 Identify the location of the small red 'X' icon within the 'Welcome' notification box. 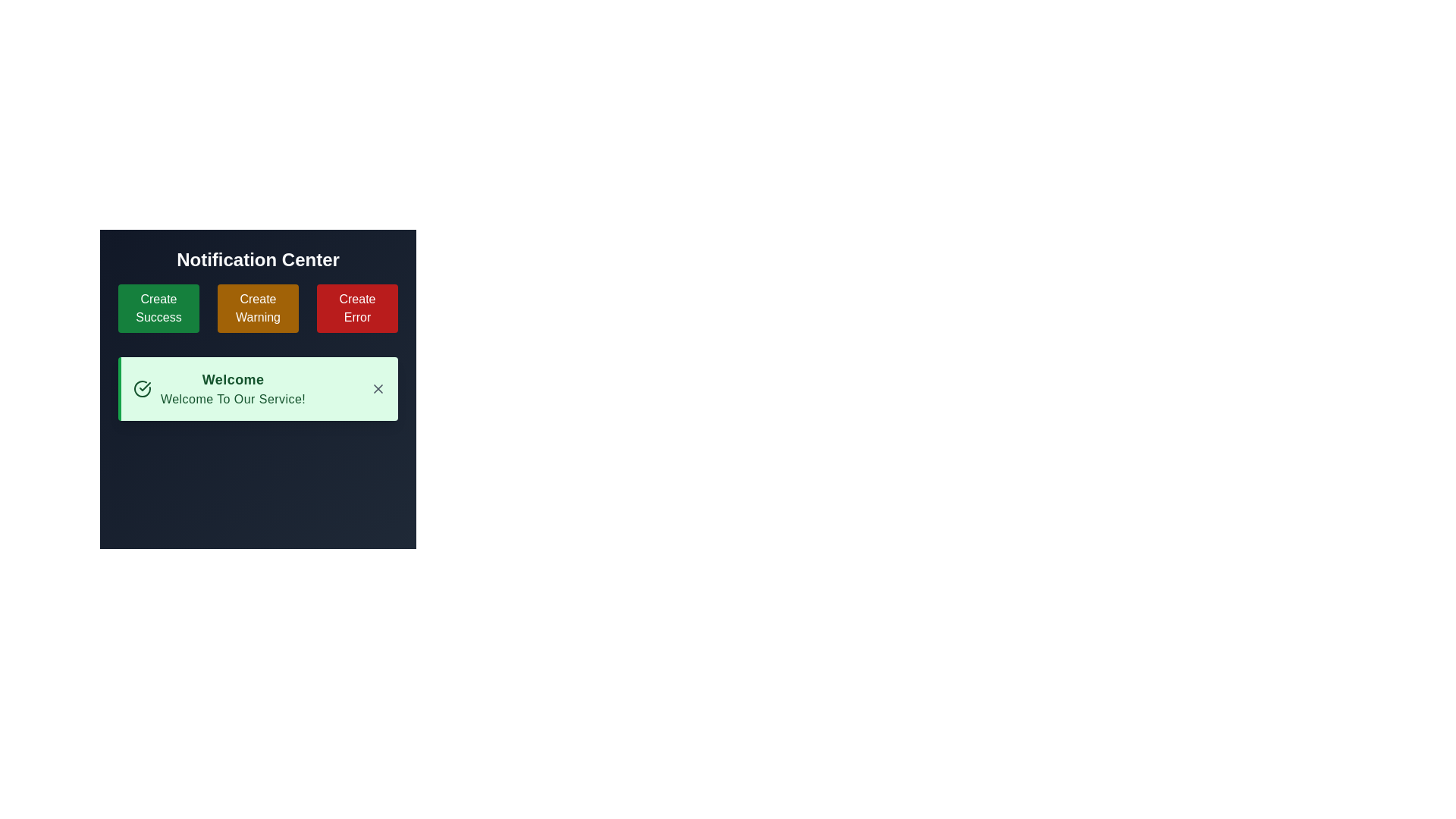
(378, 388).